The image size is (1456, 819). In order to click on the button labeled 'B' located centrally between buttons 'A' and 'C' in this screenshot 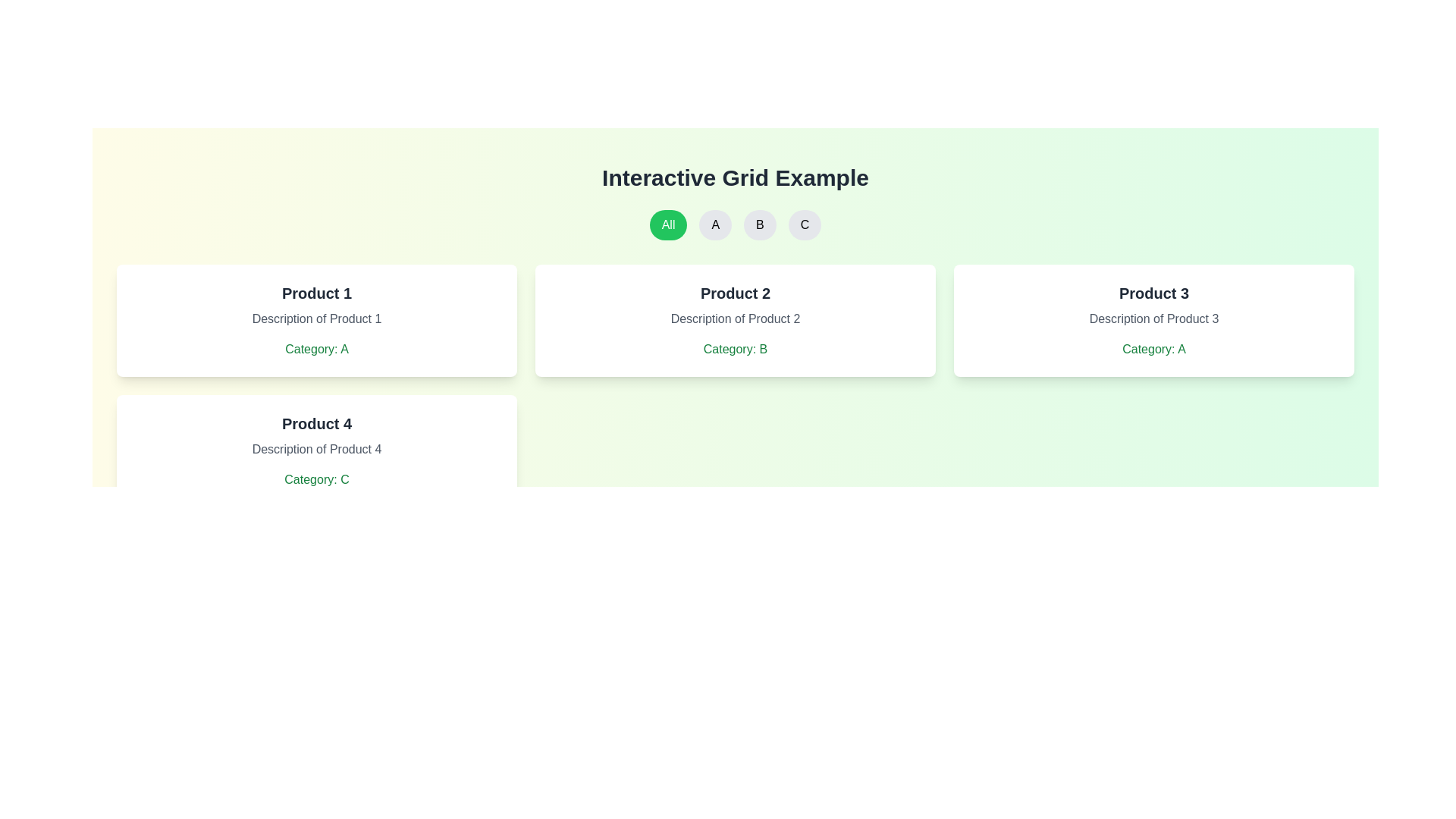, I will do `click(735, 225)`.